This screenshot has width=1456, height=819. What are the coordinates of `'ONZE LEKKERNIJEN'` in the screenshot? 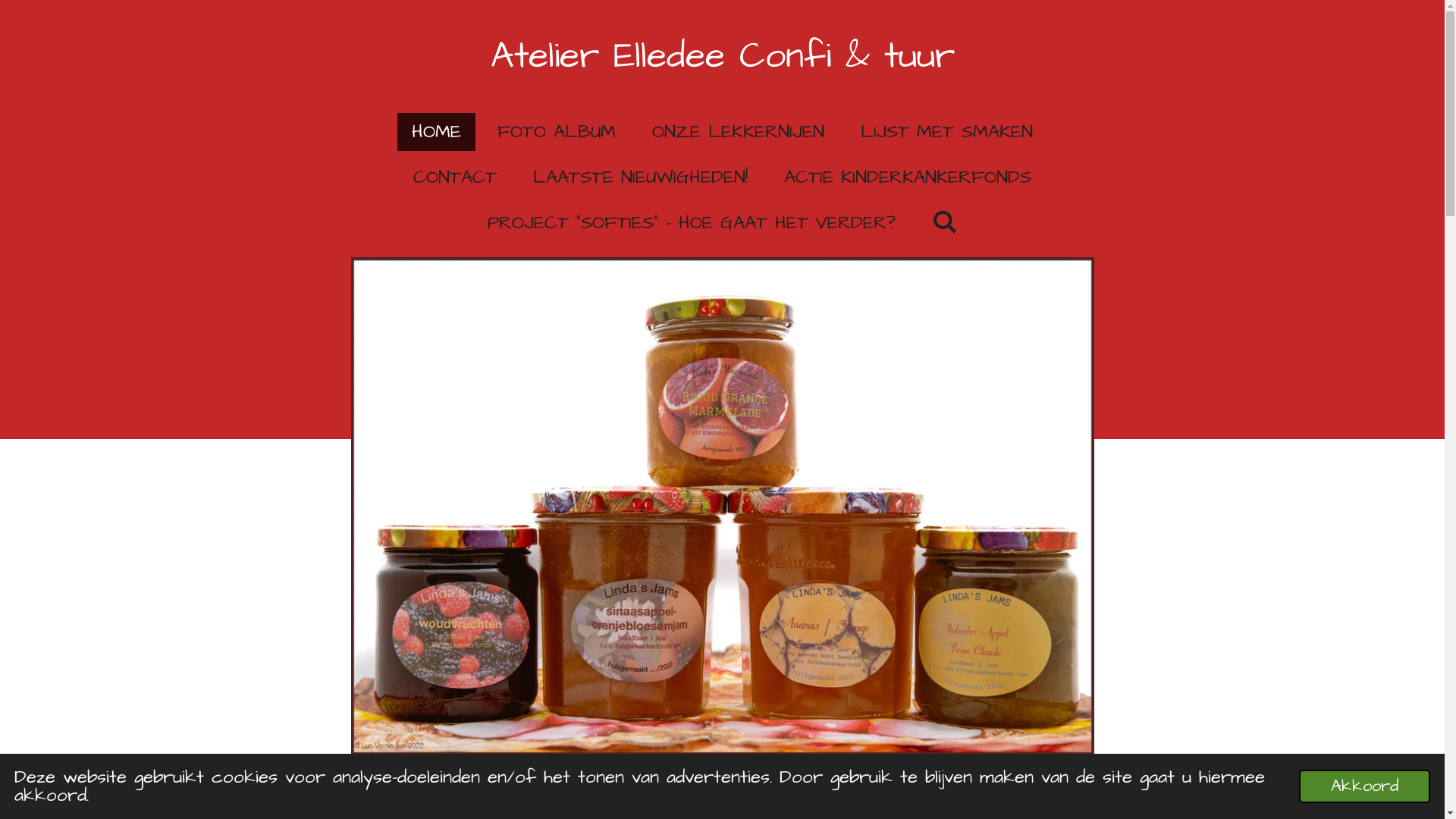 It's located at (637, 130).